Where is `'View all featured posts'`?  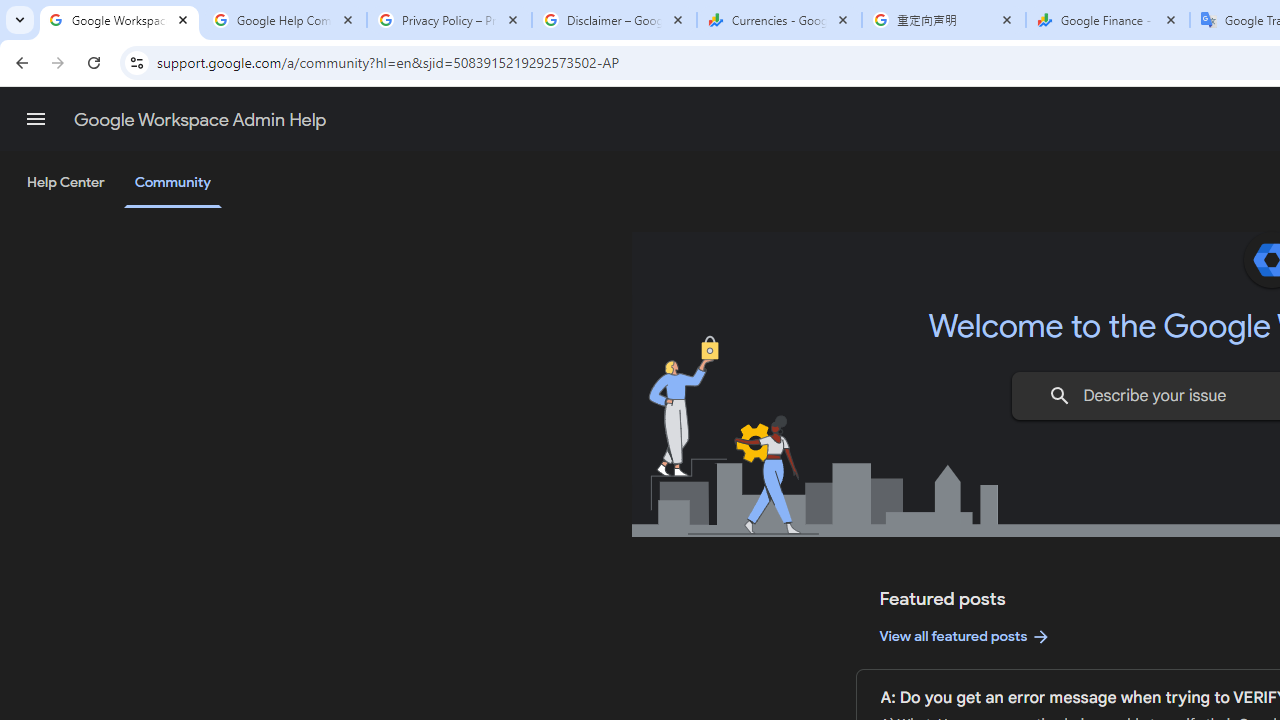
'View all featured posts' is located at coordinates (965, 636).